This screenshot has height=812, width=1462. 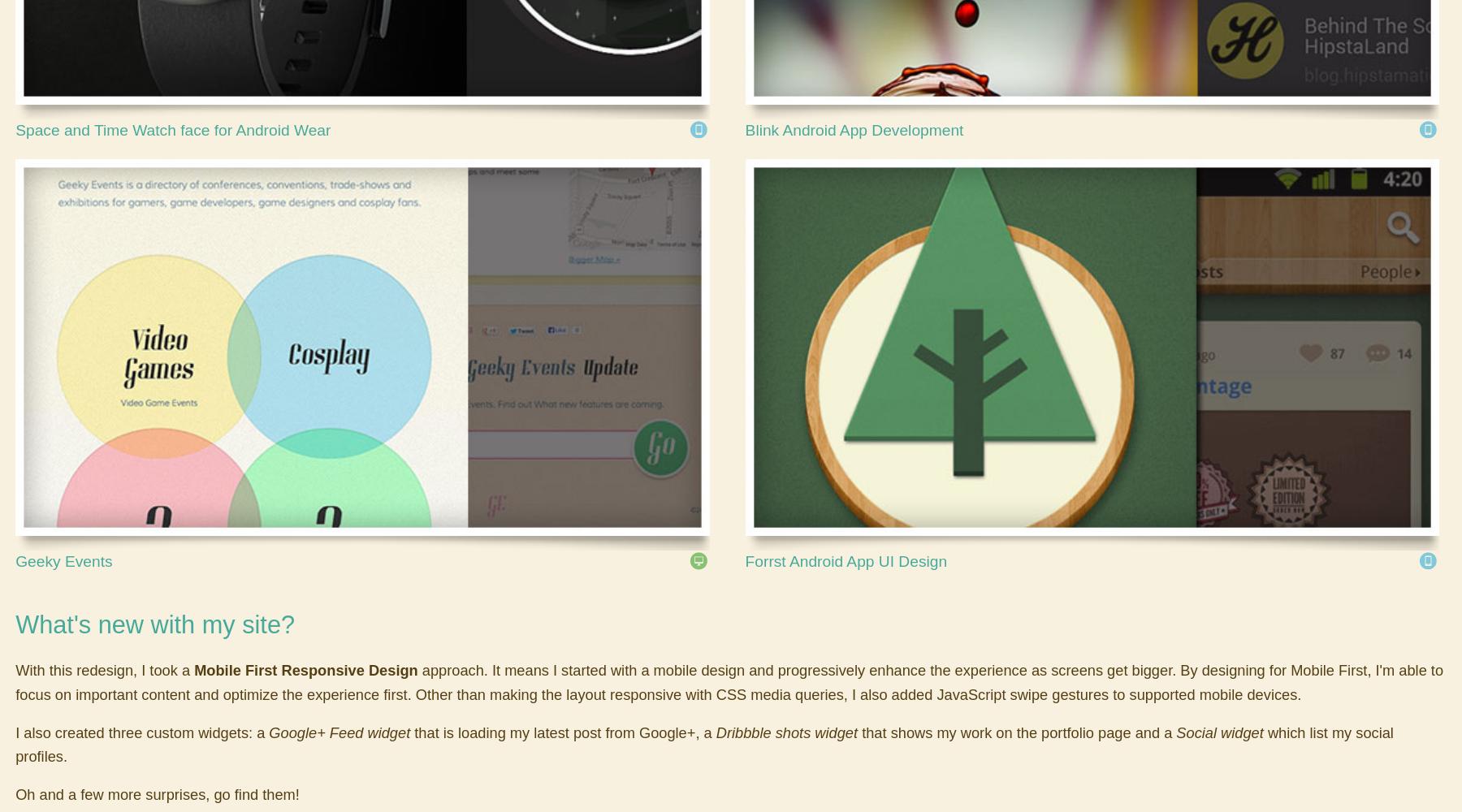 What do you see at coordinates (15, 681) in the screenshot?
I see `'approach. It means I started with a mobile design and progressively enhance the experience as screens get bigger. By designing for Mobile First, I'm able to focus on important content and optimize the experience first. Other than making the layout responsive with CSS media queries, I also added JavaScript swipe gestures to supported mobile devices.'` at bounding box center [15, 681].